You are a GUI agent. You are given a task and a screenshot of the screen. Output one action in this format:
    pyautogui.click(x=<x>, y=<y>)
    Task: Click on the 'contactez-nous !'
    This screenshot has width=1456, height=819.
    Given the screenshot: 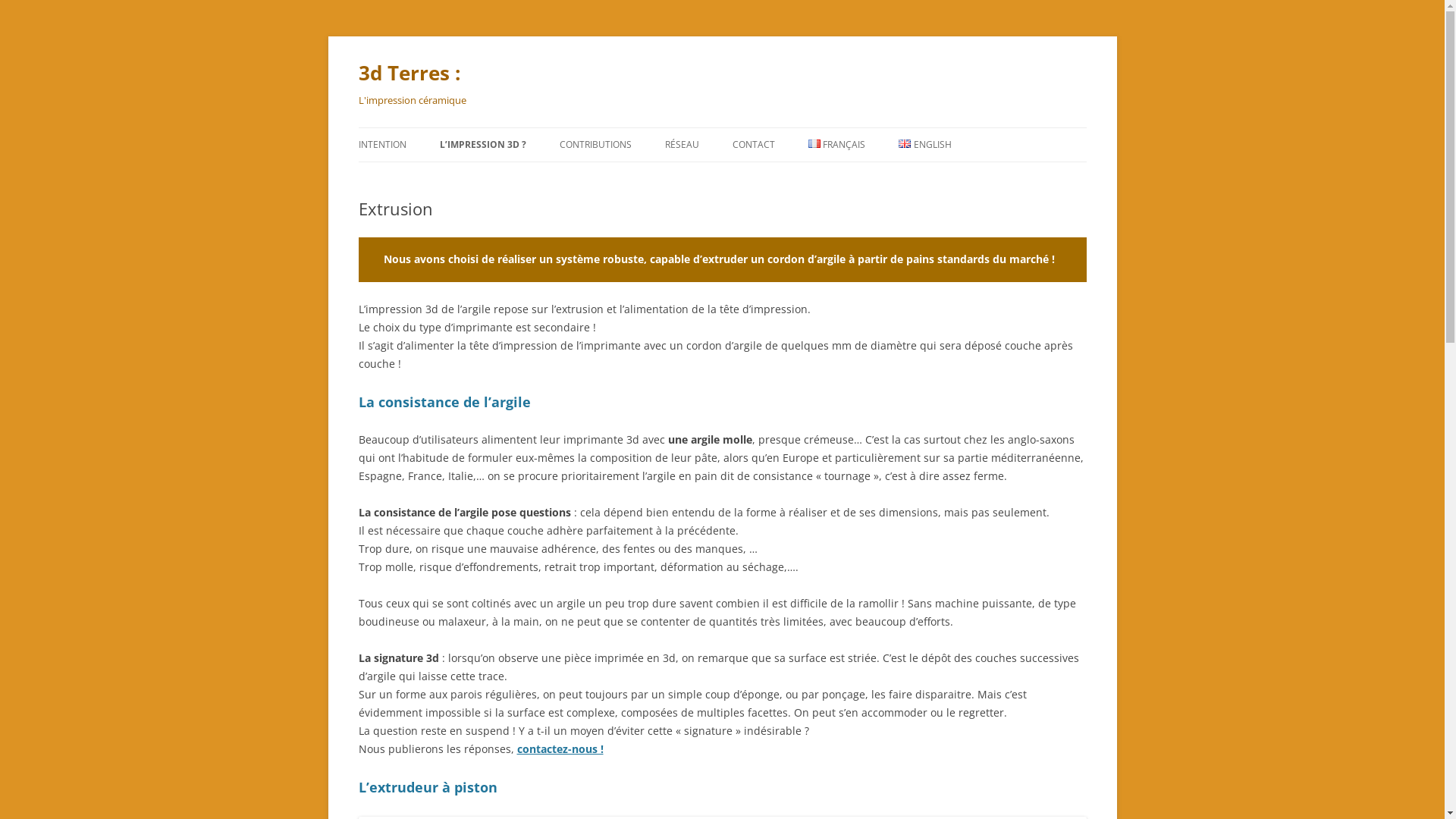 What is the action you would take?
    pyautogui.click(x=560, y=748)
    